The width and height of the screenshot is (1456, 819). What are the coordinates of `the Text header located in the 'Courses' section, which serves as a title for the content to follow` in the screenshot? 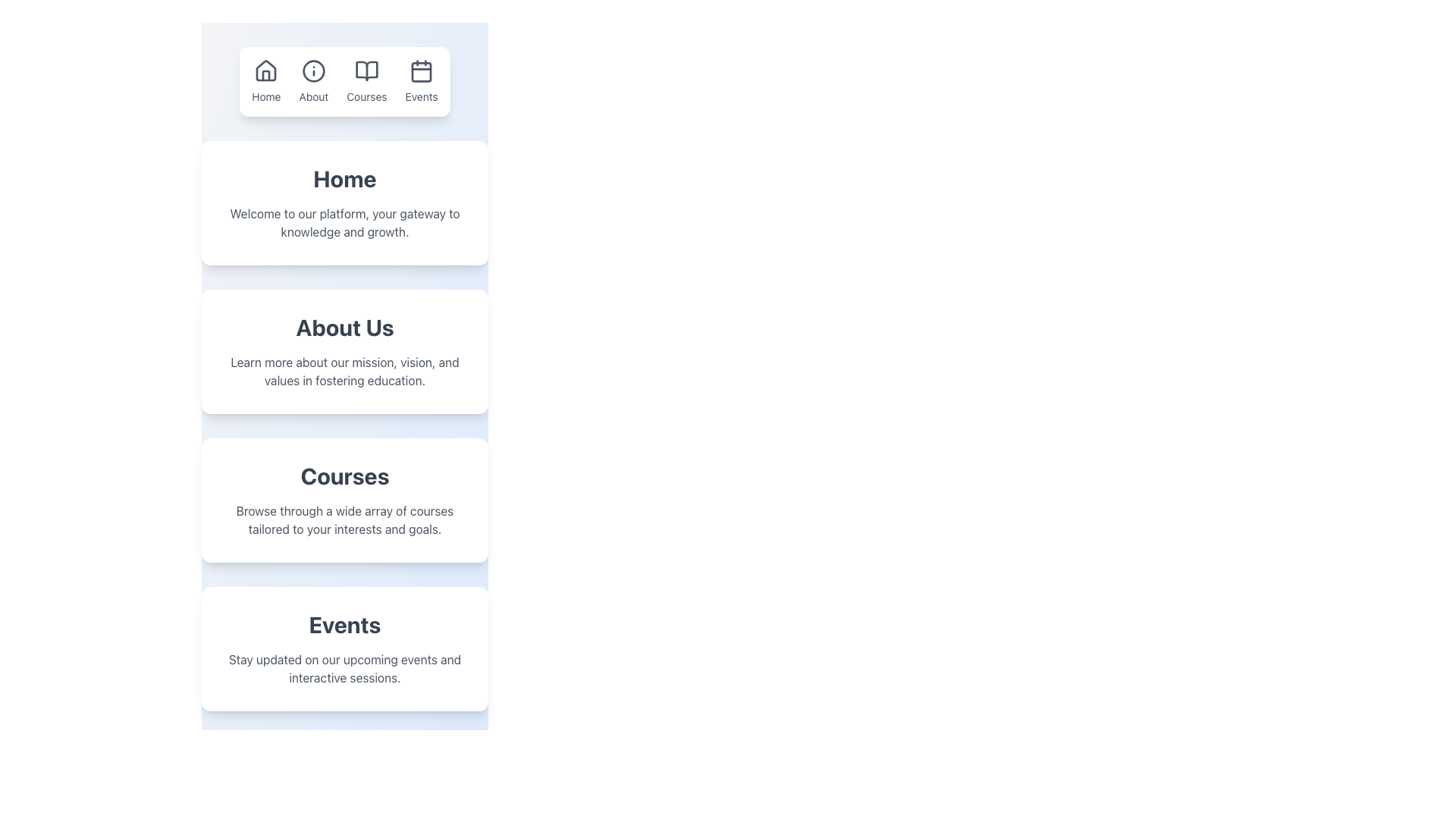 It's located at (344, 475).